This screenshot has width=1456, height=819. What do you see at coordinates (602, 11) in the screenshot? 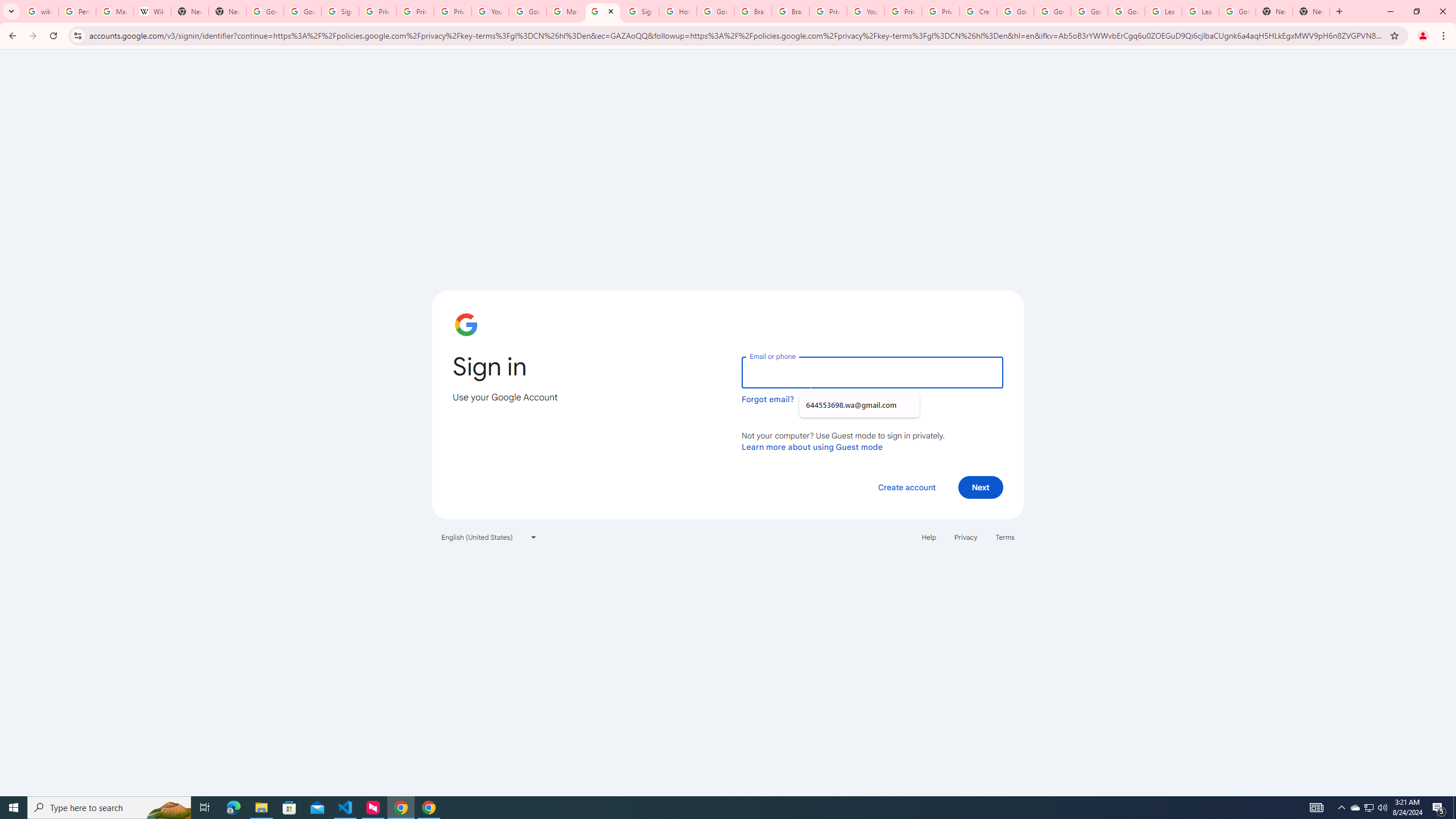
I see `'Sign in - Google Accounts'` at bounding box center [602, 11].